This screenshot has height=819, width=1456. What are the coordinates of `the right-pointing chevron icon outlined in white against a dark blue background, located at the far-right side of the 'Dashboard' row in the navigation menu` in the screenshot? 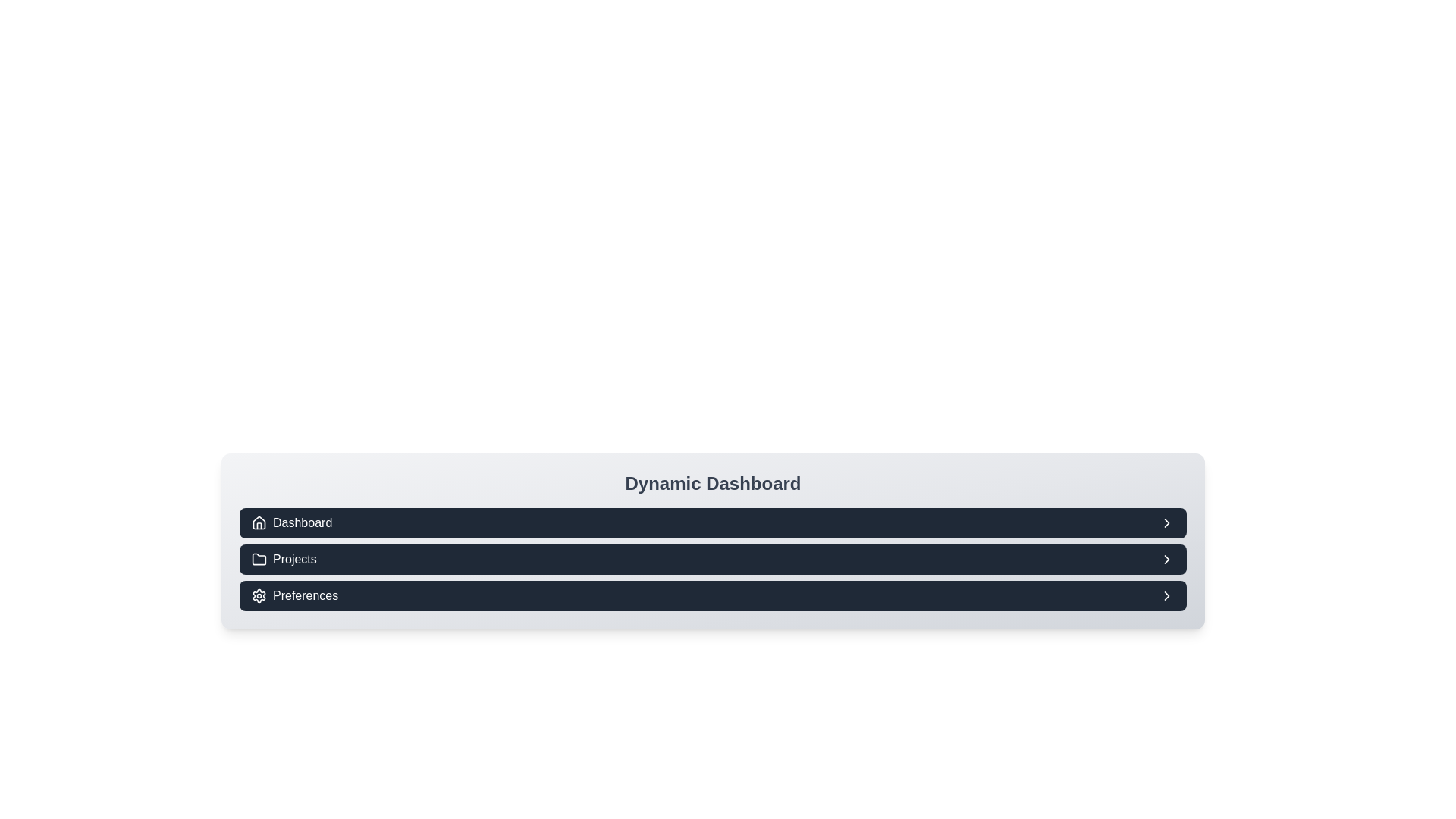 It's located at (1166, 522).